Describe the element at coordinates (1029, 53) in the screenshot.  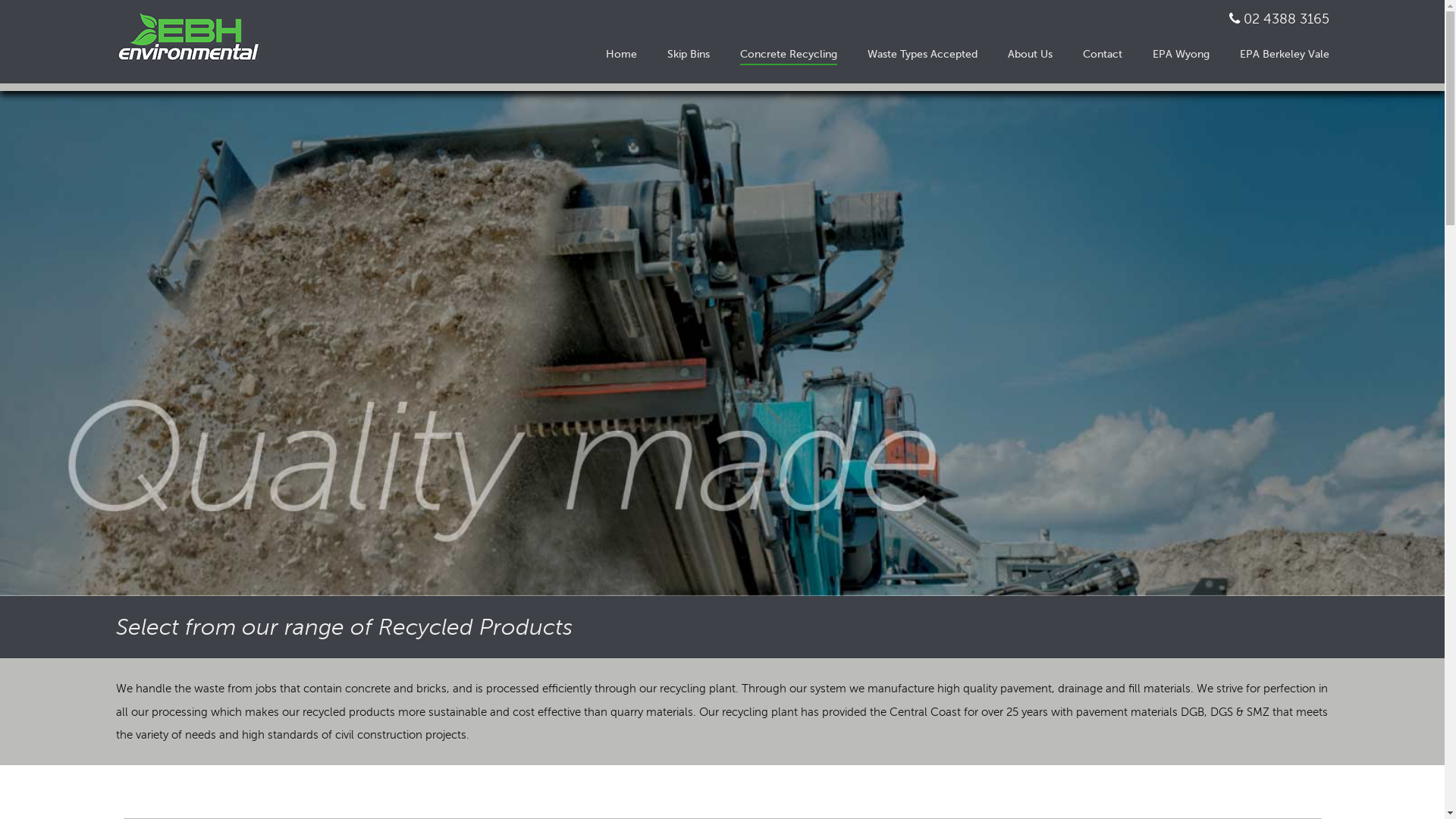
I see `'About Us'` at that location.